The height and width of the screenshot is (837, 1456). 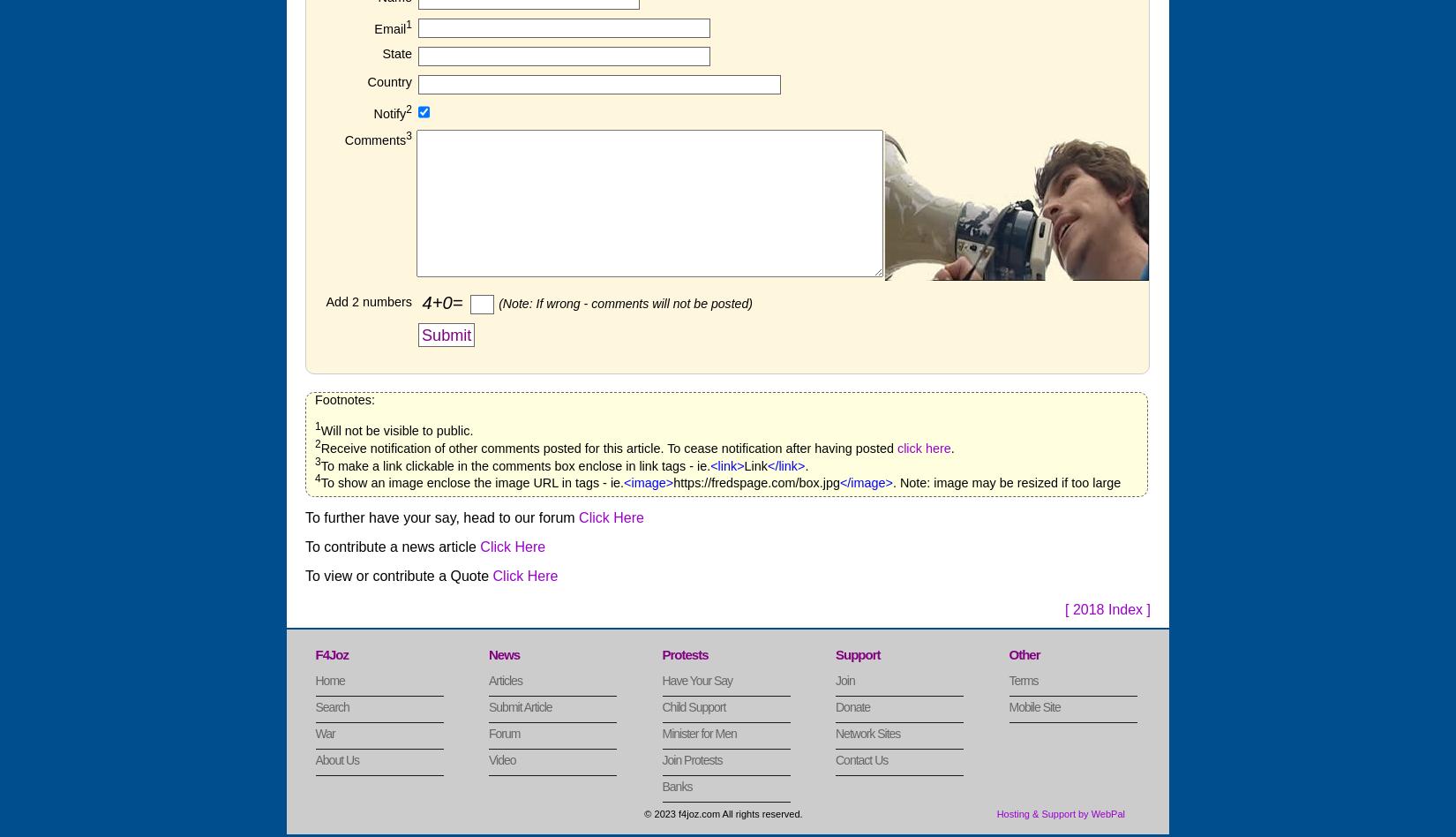 I want to click on 'Will not be visible to public.', so click(x=395, y=429).